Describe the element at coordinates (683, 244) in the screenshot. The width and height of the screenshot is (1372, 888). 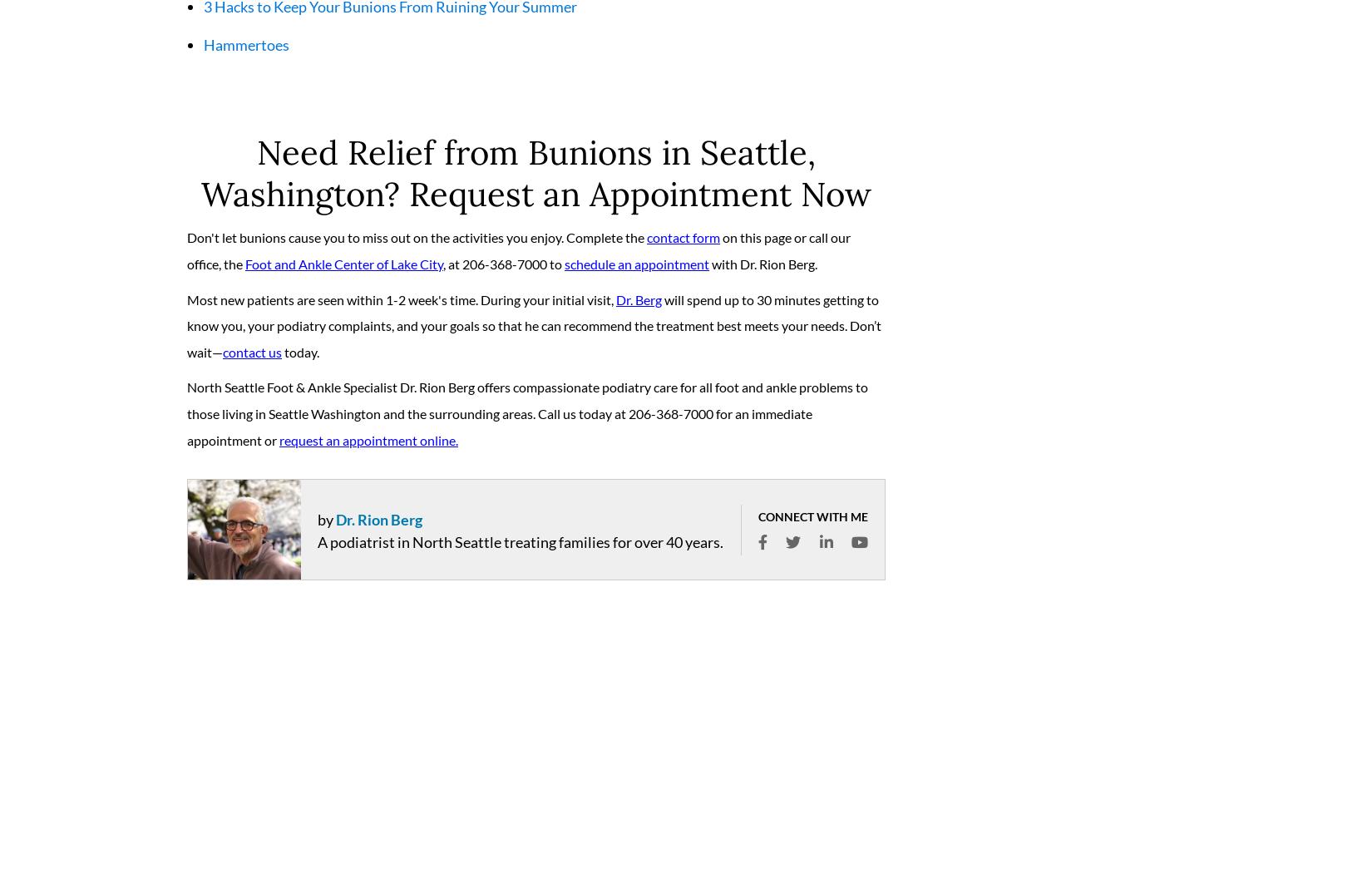
I see `'contact form'` at that location.